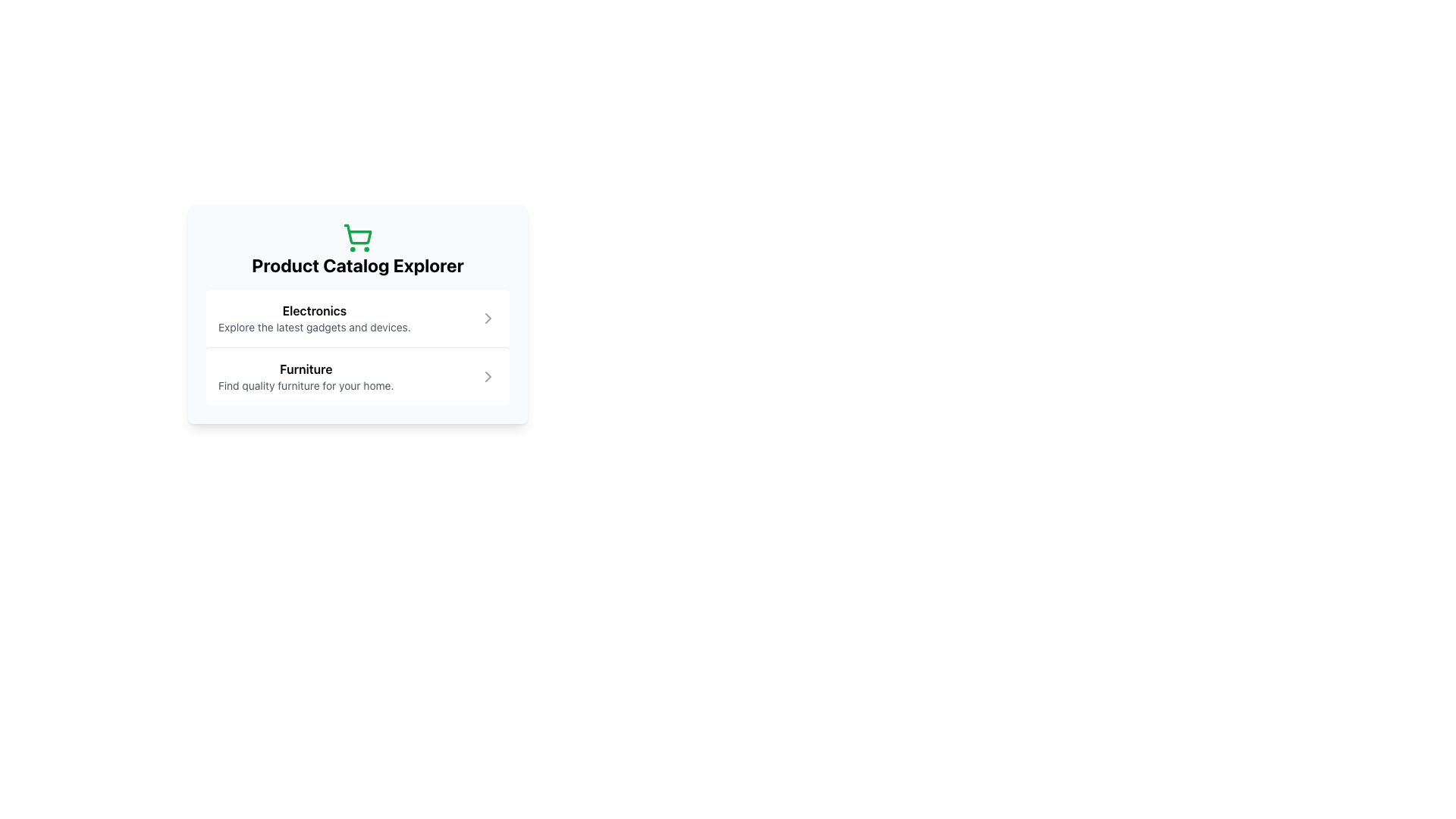 The width and height of the screenshot is (1456, 819). Describe the element at coordinates (356, 237) in the screenshot. I see `the Decorative icon that represents a shopping cart, which is positioned above the 'Product Catalog Explorer' text` at that location.